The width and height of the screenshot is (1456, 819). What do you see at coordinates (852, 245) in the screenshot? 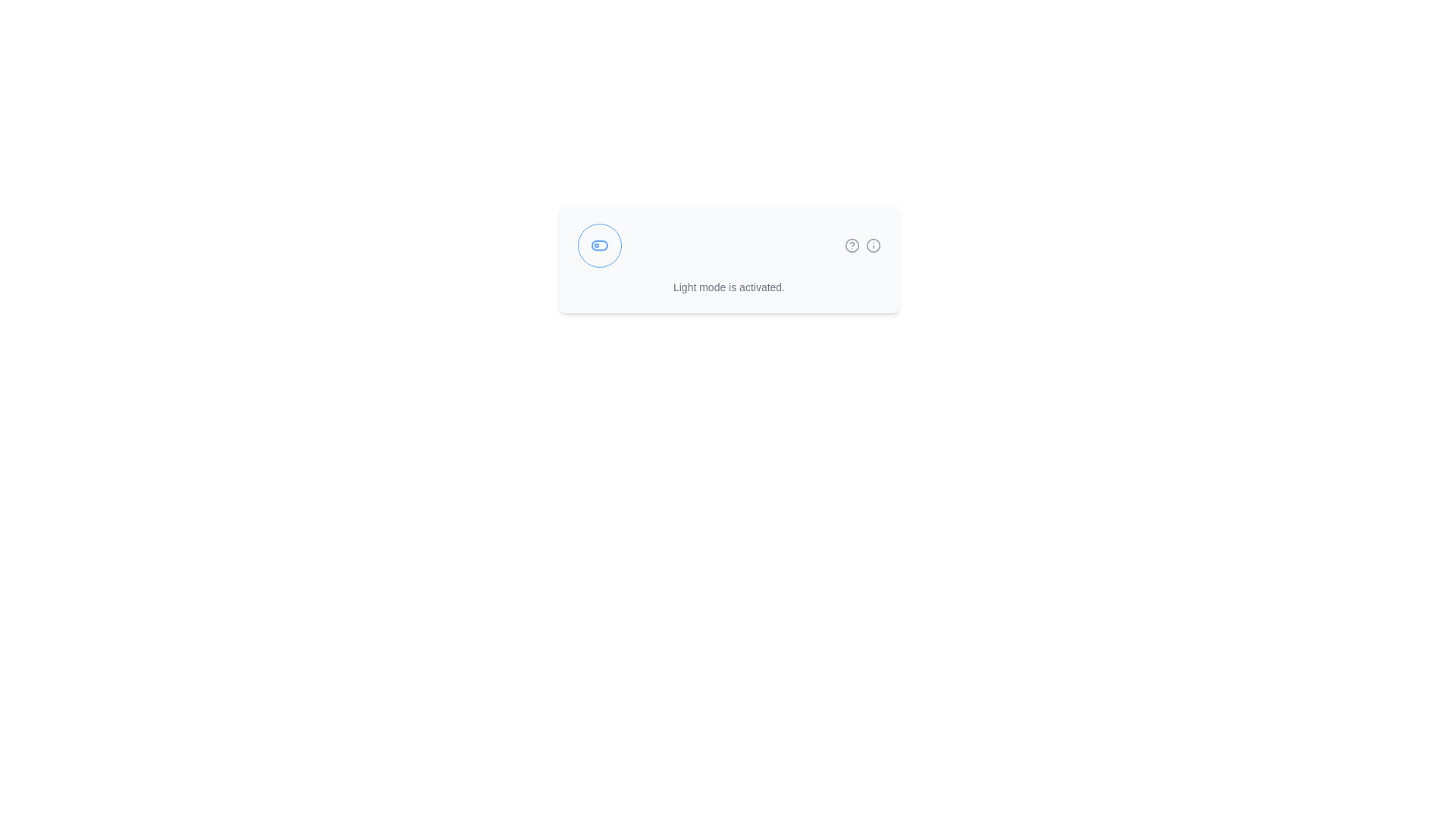
I see `the Help icon located to the left of the 'i' icon in the right section of the horizontal arrangement of icons, which provides additional context about the 'Light mode is activated.' notification` at bounding box center [852, 245].